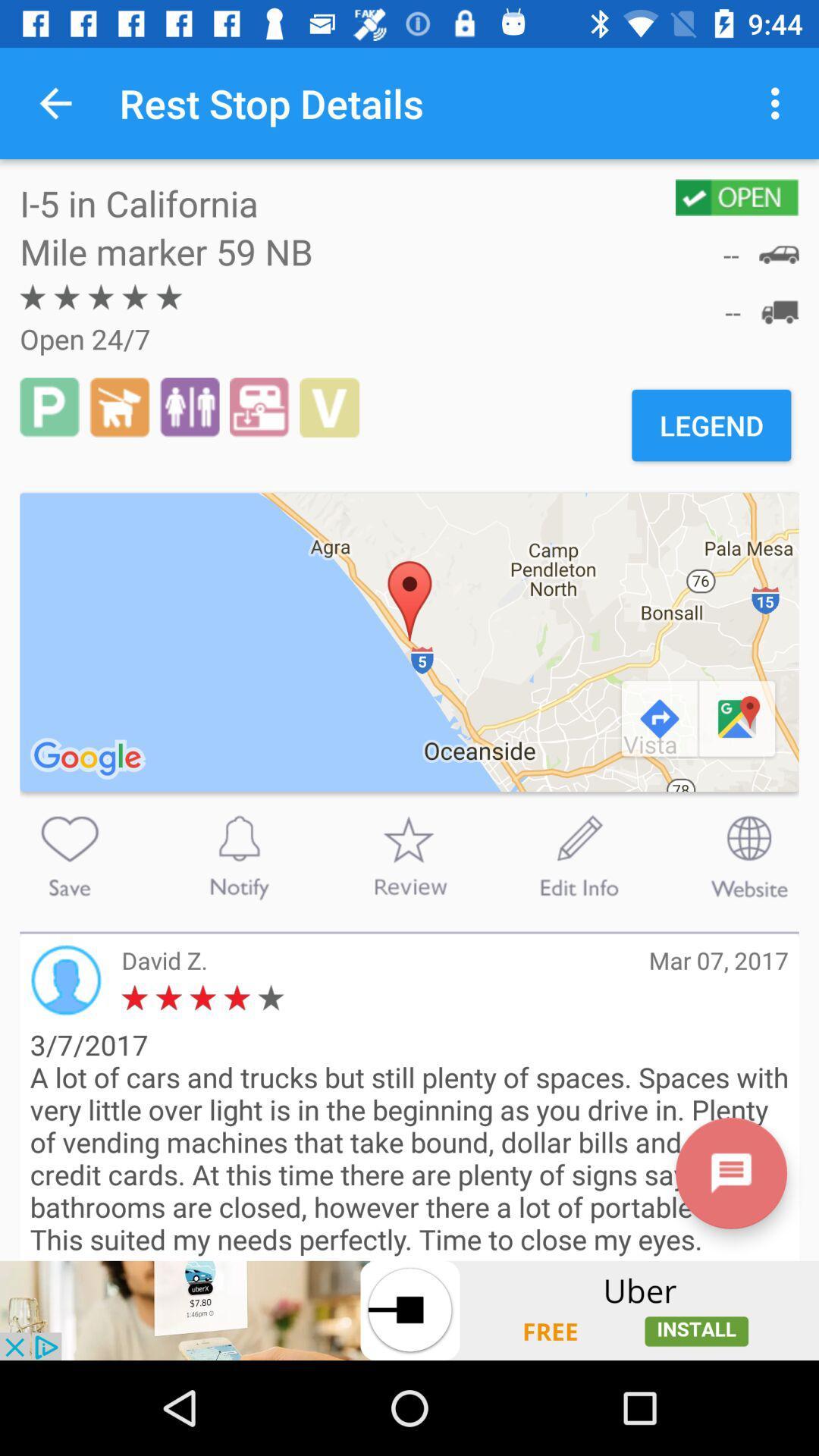 This screenshot has width=819, height=1456. What do you see at coordinates (69, 856) in the screenshot?
I see `search` at bounding box center [69, 856].